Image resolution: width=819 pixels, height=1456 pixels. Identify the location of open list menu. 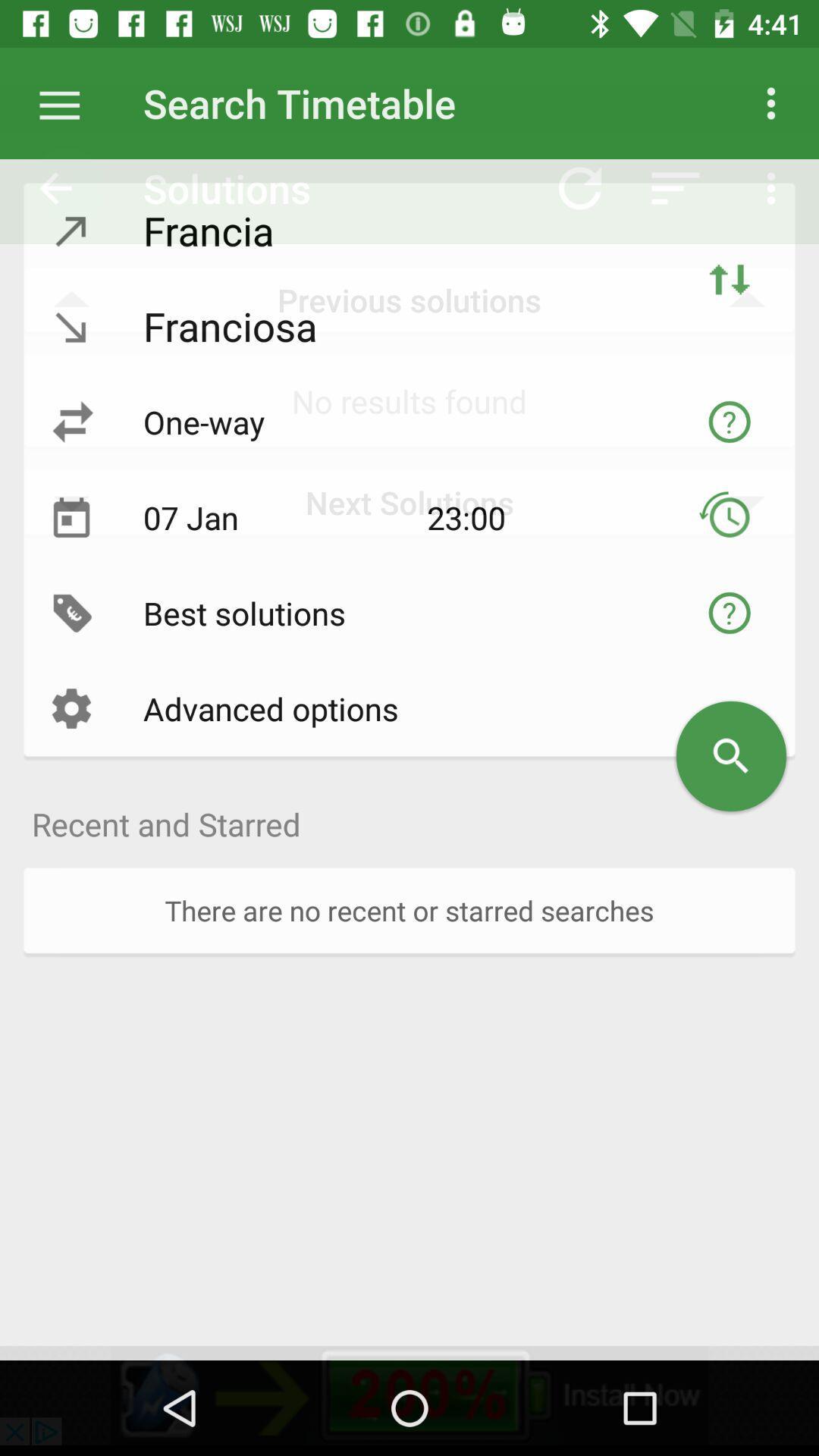
(67, 102).